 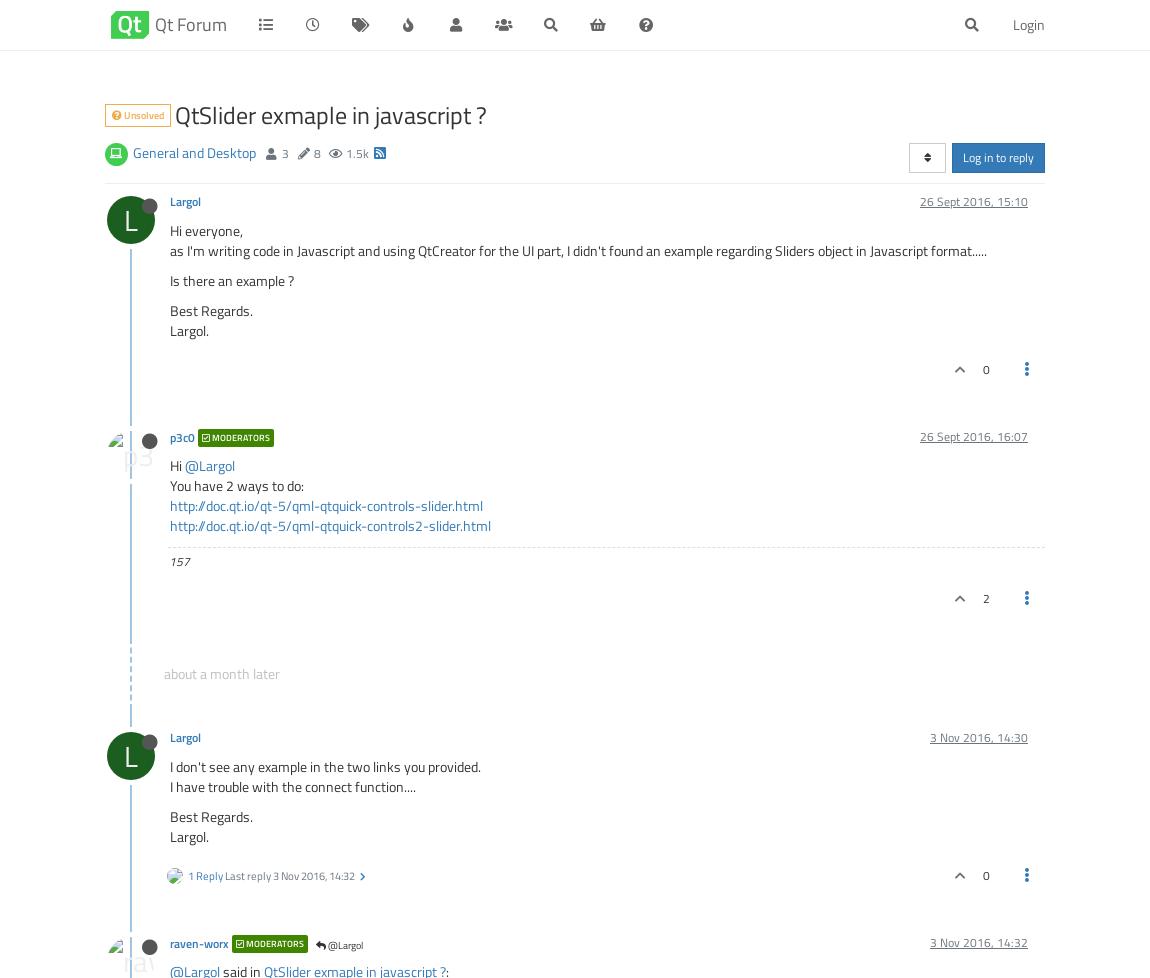 I want to click on 'p3c0', so click(x=181, y=435).